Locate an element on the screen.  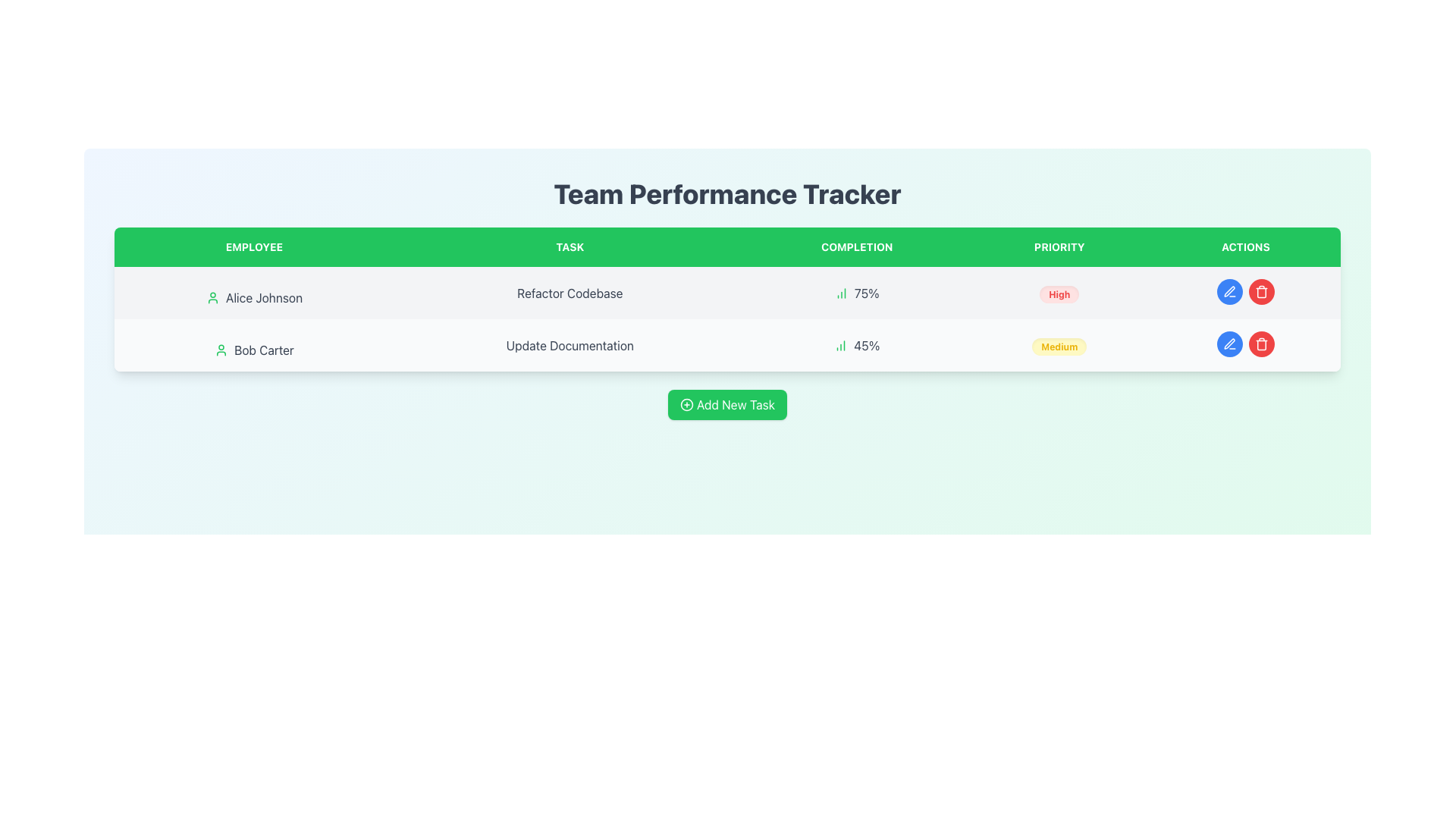
the 'Add New Task' button, which is a green rectangular button with a '+' icon and white text, located at the bottom of the main interface section is located at coordinates (726, 403).